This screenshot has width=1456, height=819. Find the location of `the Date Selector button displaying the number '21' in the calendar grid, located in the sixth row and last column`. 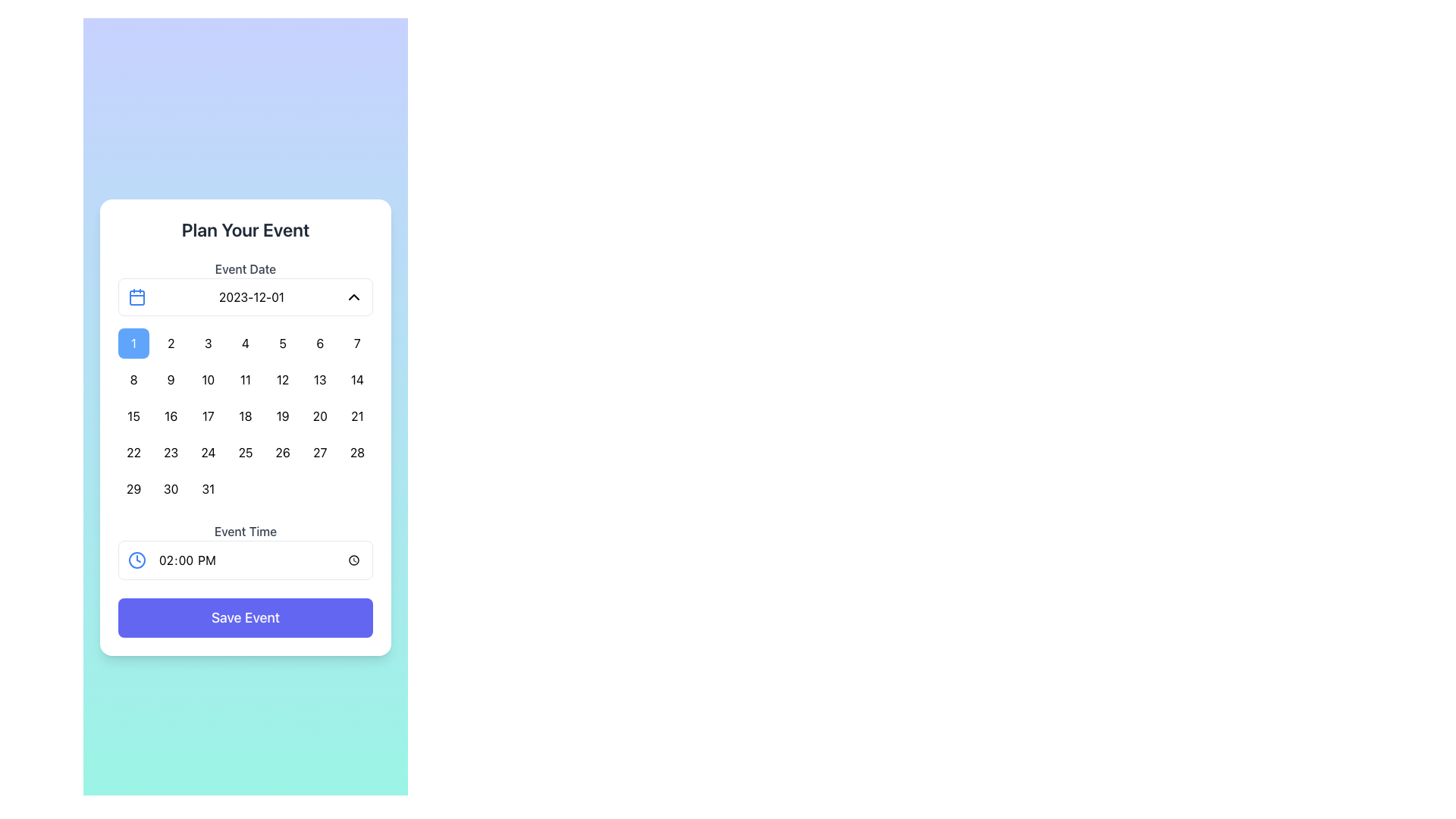

the Date Selector button displaying the number '21' in the calendar grid, located in the sixth row and last column is located at coordinates (356, 416).